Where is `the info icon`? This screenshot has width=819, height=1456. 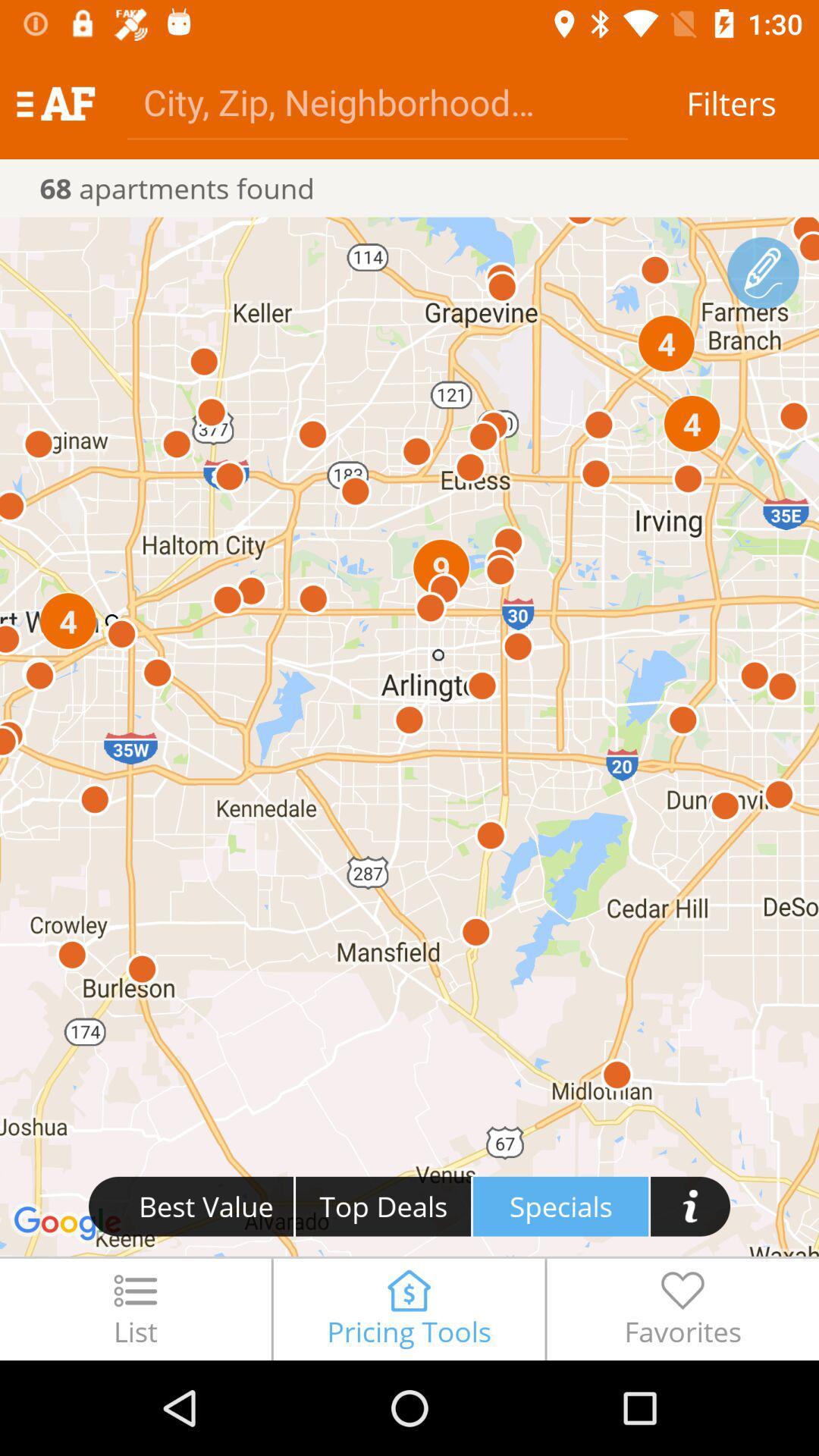
the info icon is located at coordinates (690, 1205).